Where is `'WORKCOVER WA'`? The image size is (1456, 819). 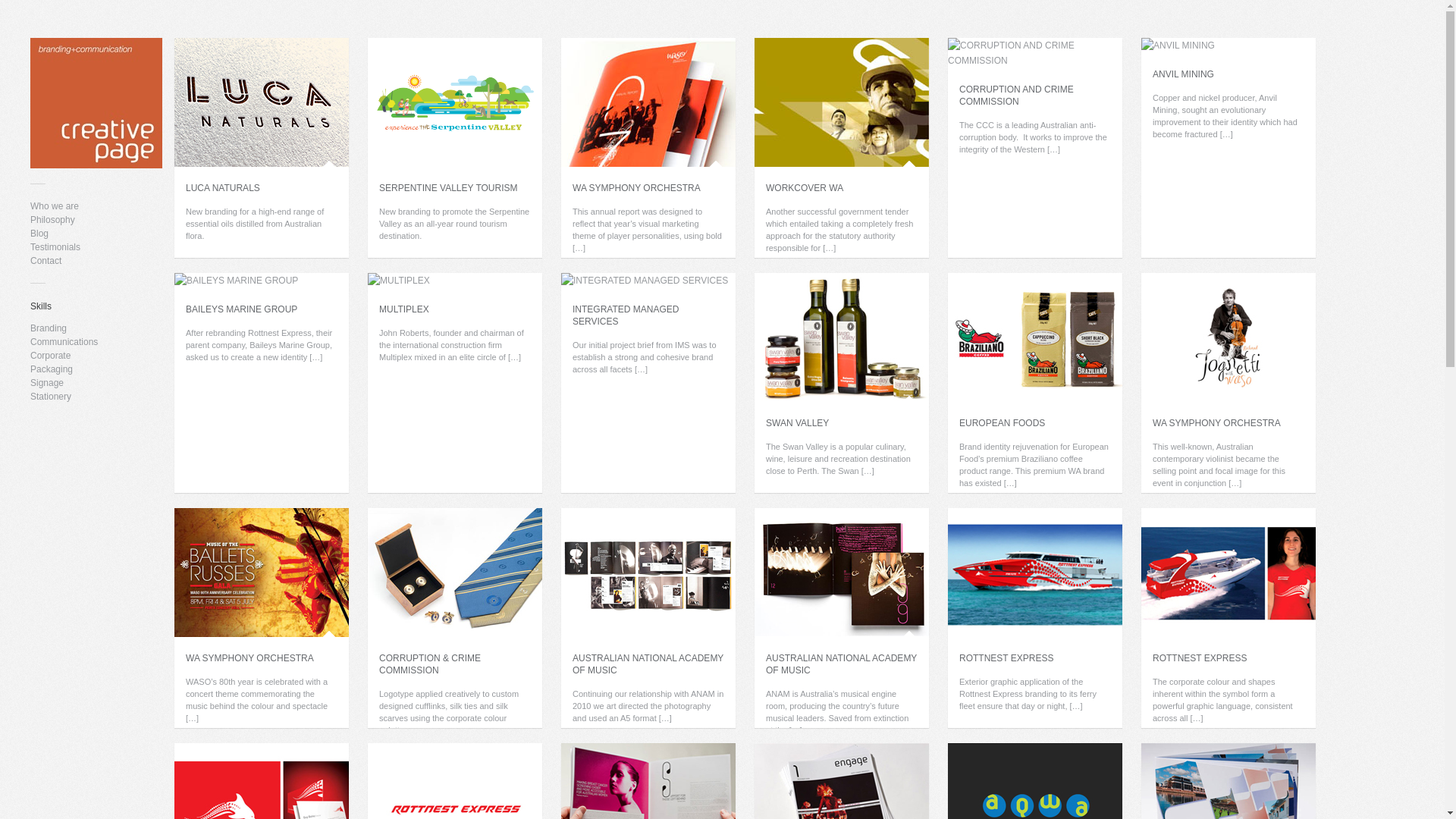
'WORKCOVER WA' is located at coordinates (803, 187).